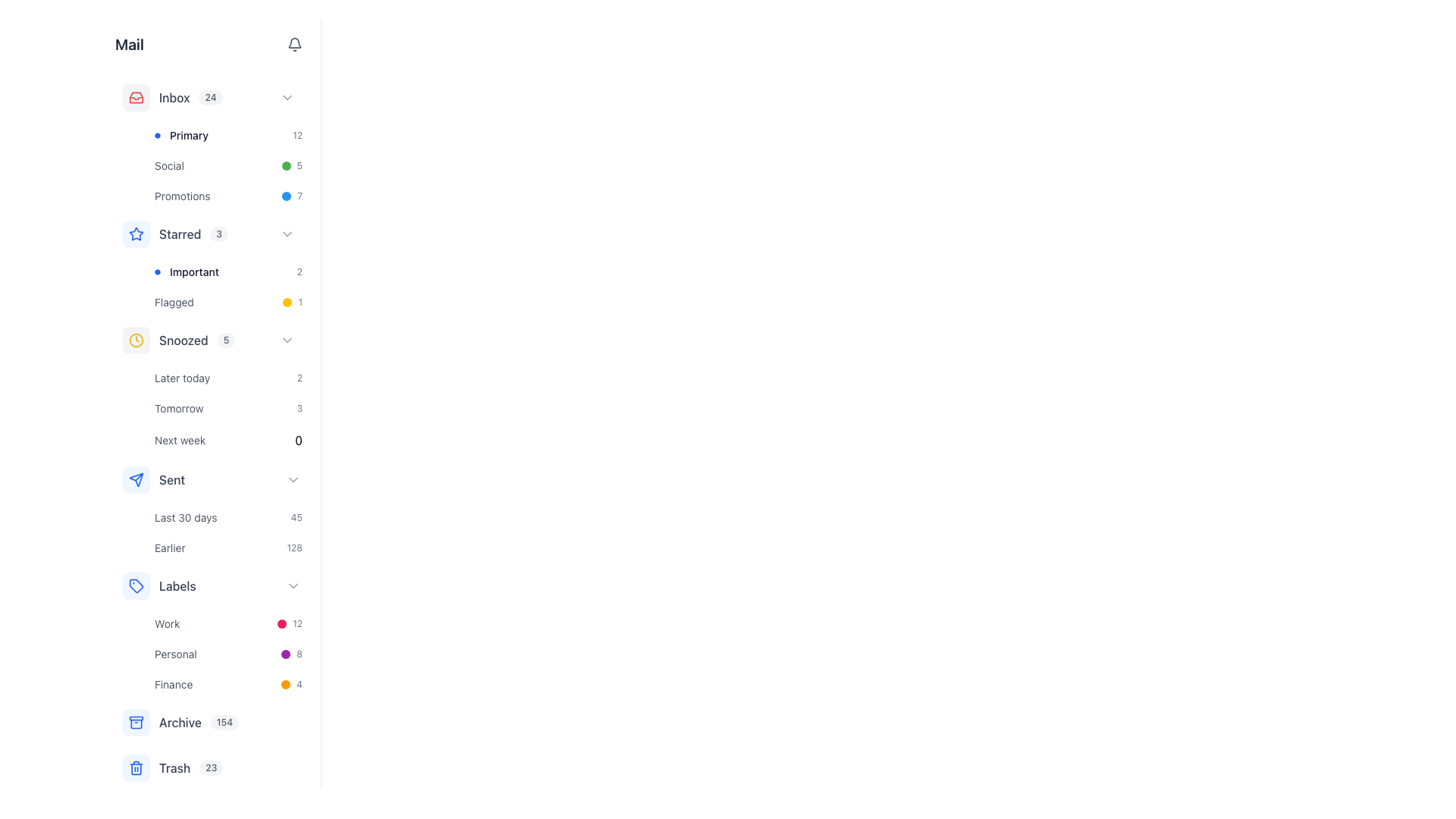 This screenshot has height=819, width=1456. Describe the element at coordinates (136, 585) in the screenshot. I see `the 'Labels' icon located in the sidebar menu, positioned between the 'Sent' section and the 'Archive' section` at that location.